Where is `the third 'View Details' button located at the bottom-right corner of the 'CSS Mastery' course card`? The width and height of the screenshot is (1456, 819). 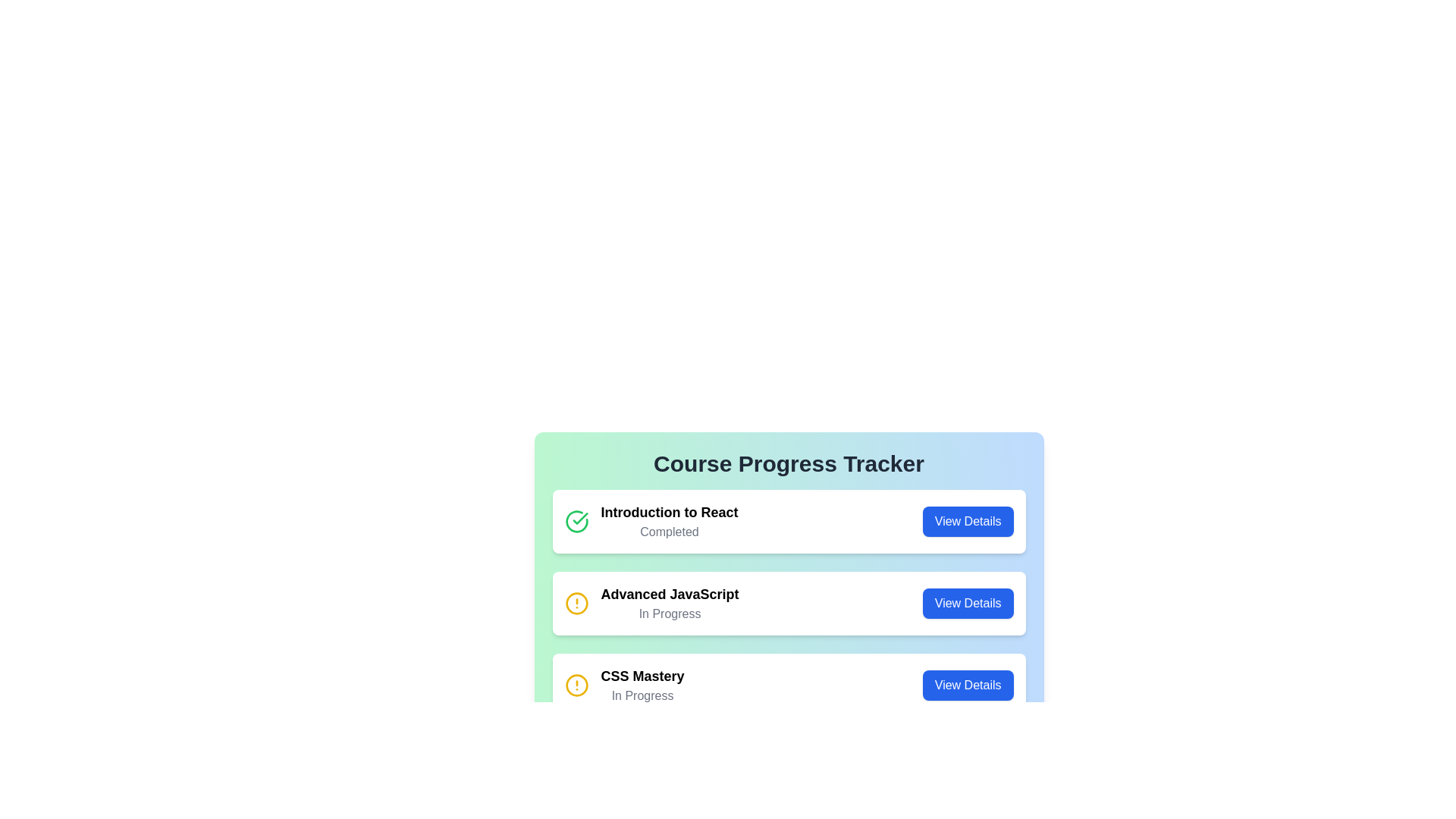 the third 'View Details' button located at the bottom-right corner of the 'CSS Mastery' course card is located at coordinates (967, 685).